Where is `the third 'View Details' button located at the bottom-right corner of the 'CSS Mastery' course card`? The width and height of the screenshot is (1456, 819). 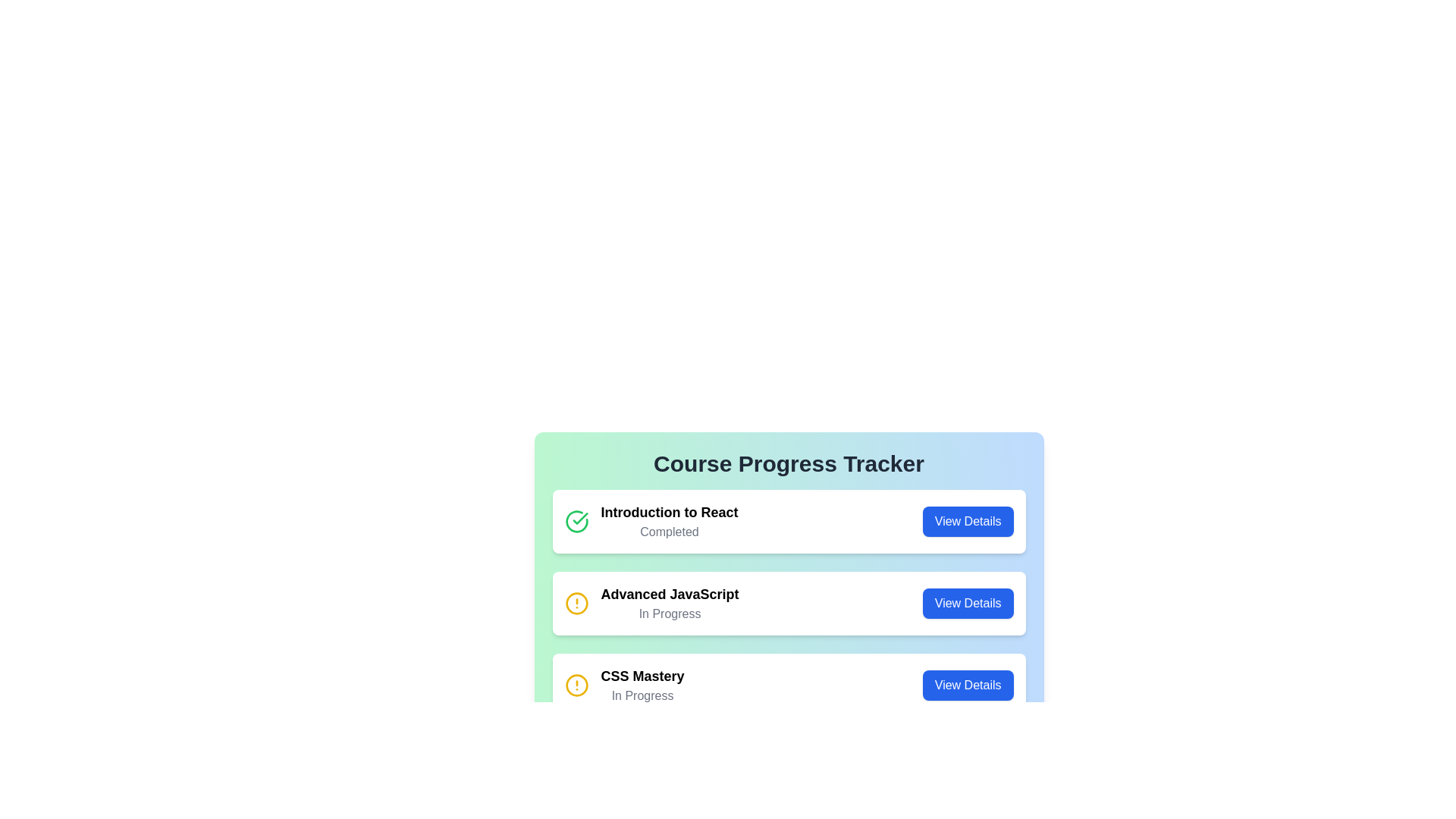 the third 'View Details' button located at the bottom-right corner of the 'CSS Mastery' course card is located at coordinates (967, 685).